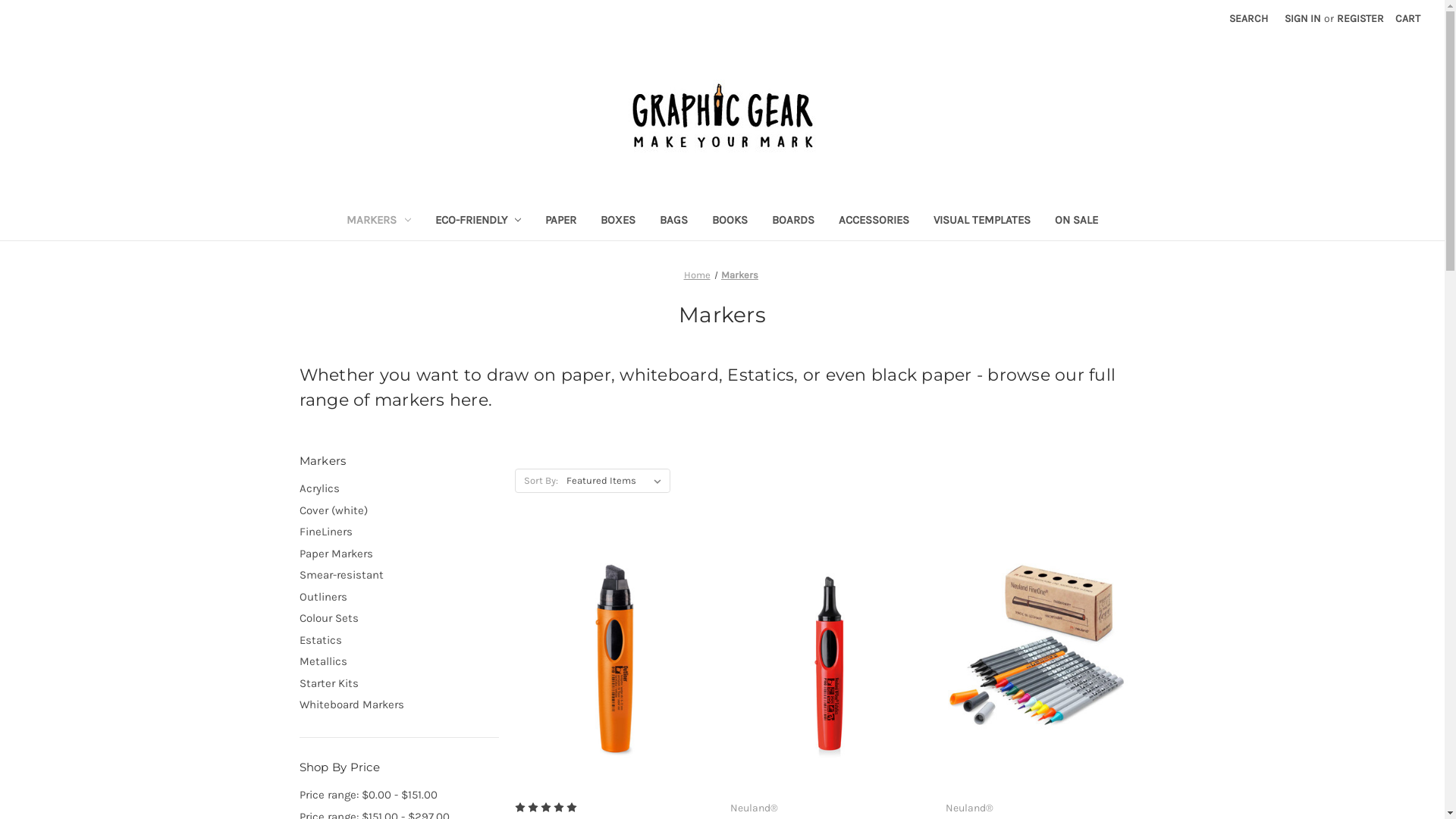  Describe the element at coordinates (298, 683) in the screenshot. I see `'Starter Kits'` at that location.